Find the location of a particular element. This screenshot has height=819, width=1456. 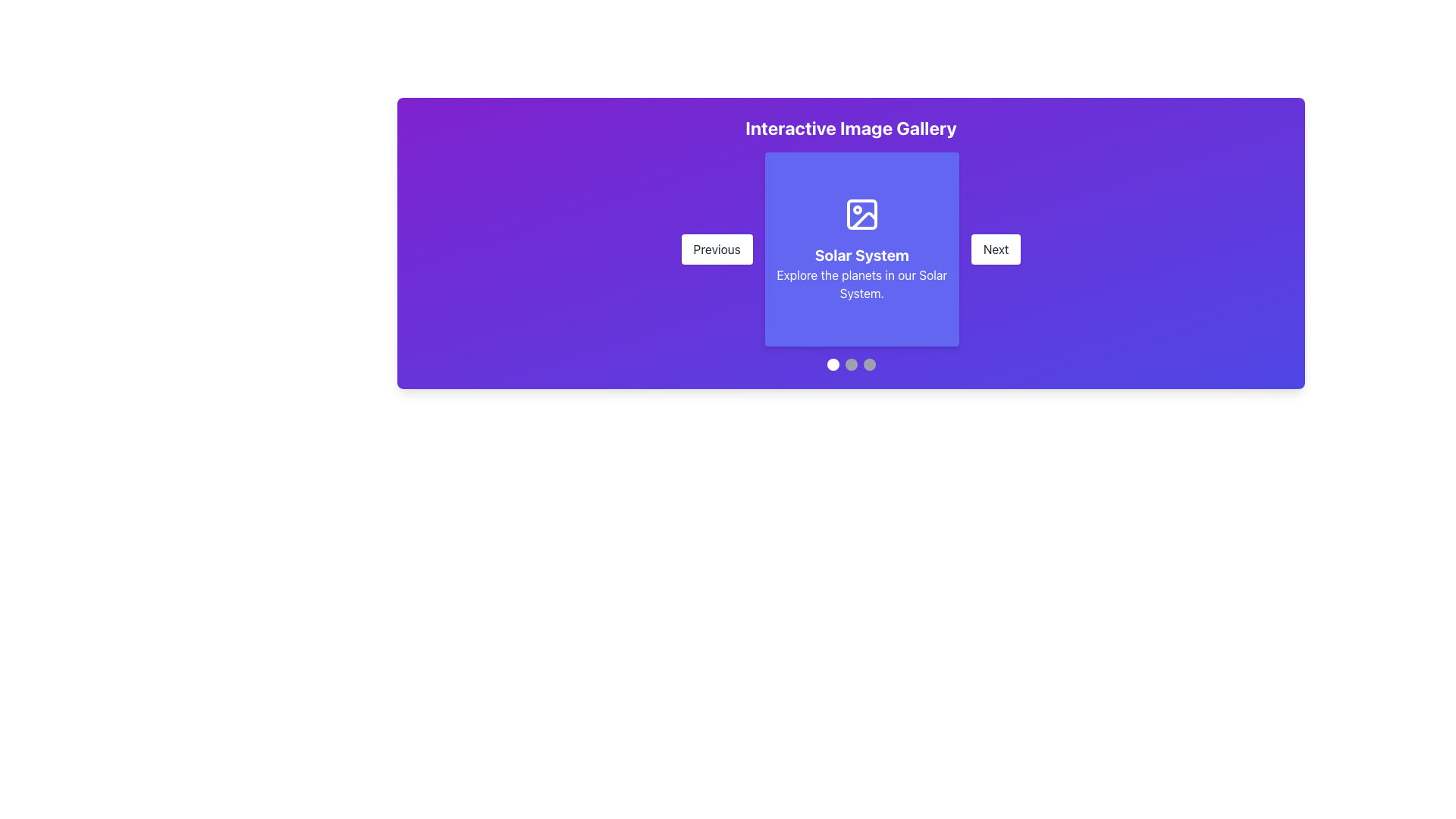

the prominent 'Solar System' text, which is styled in bold and located within a card layout against an indigo background is located at coordinates (861, 254).